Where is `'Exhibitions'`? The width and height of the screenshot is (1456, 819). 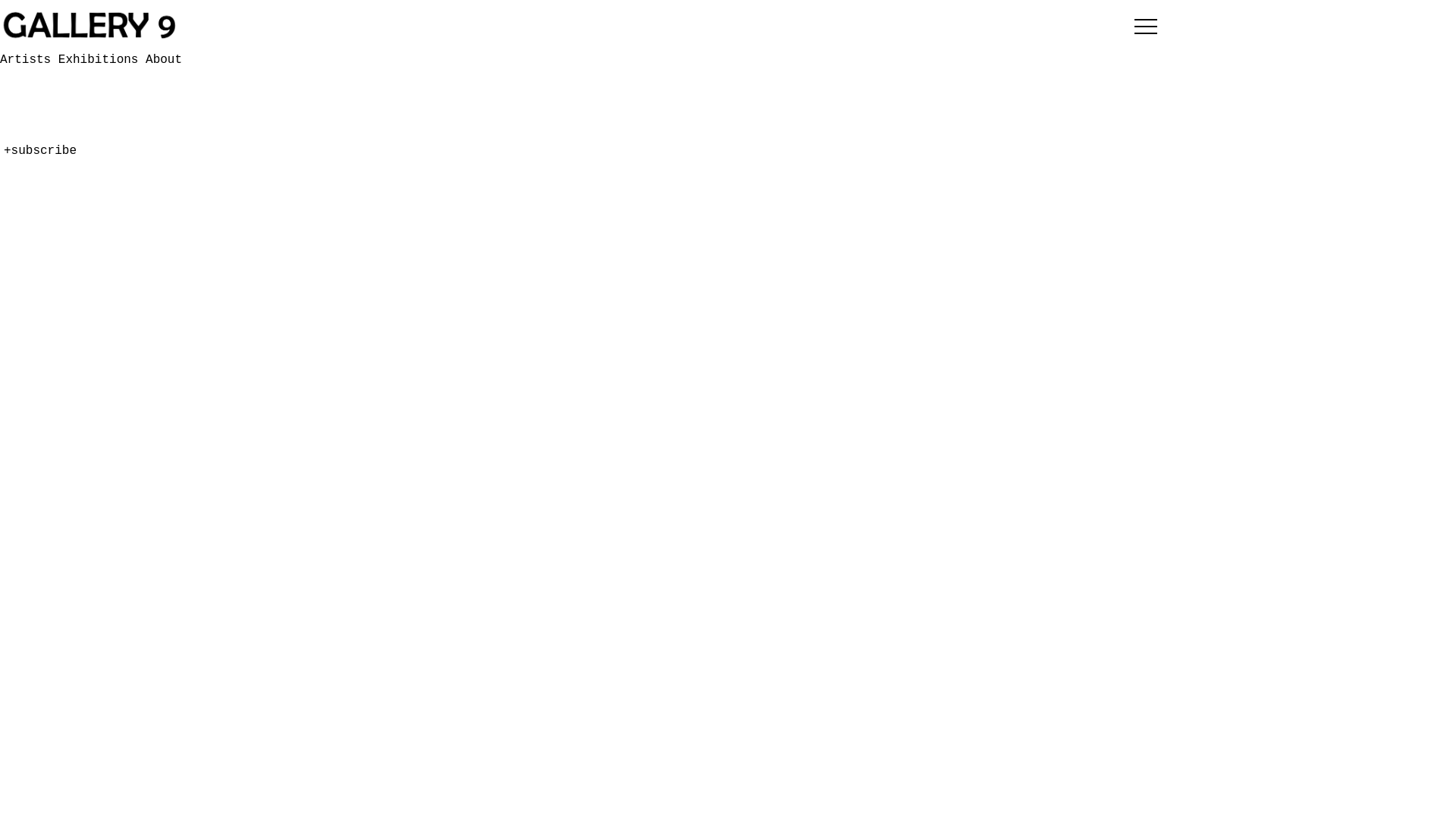 'Exhibitions' is located at coordinates (101, 58).